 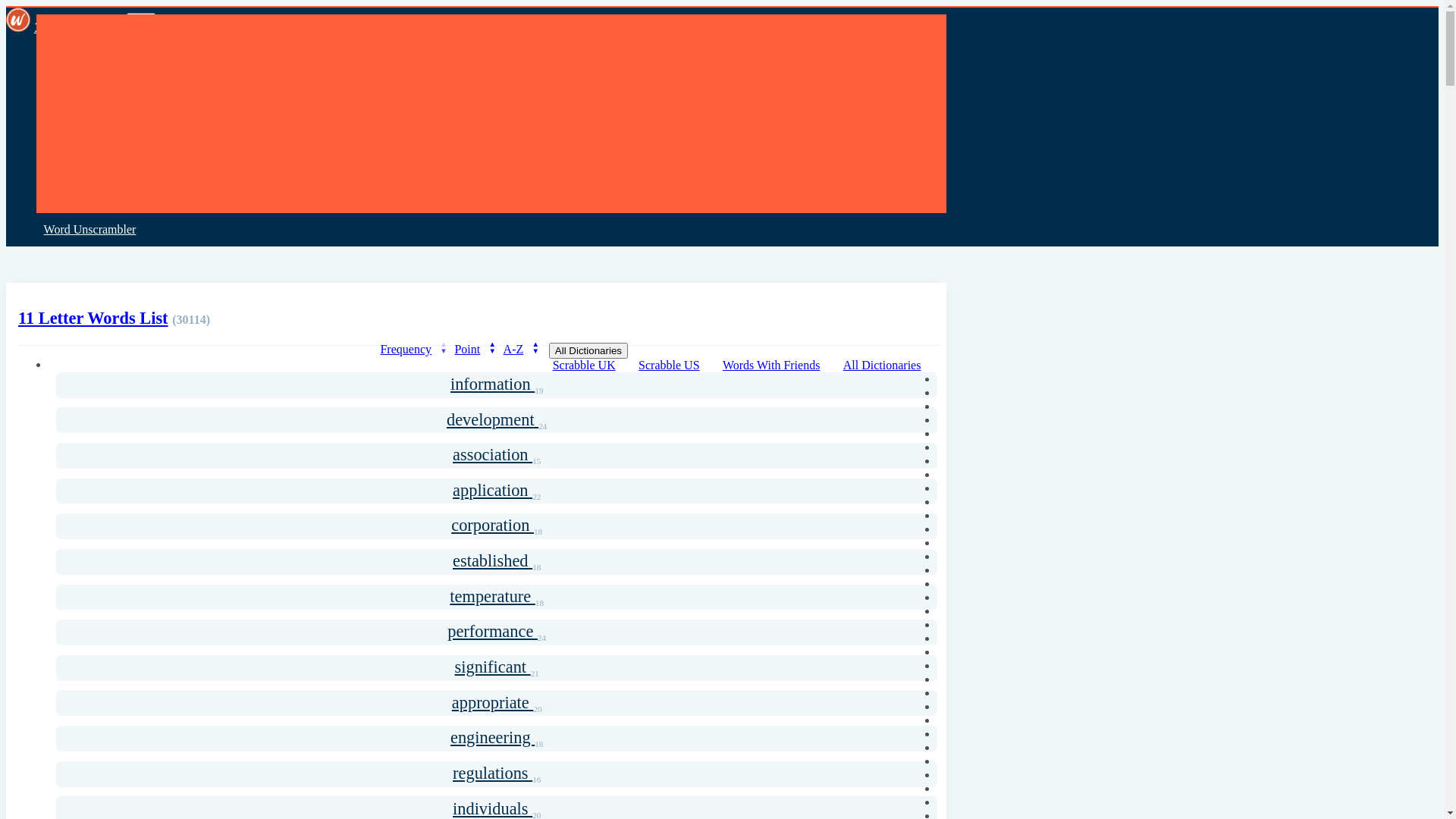 I want to click on 'Point', so click(x=475, y=350).